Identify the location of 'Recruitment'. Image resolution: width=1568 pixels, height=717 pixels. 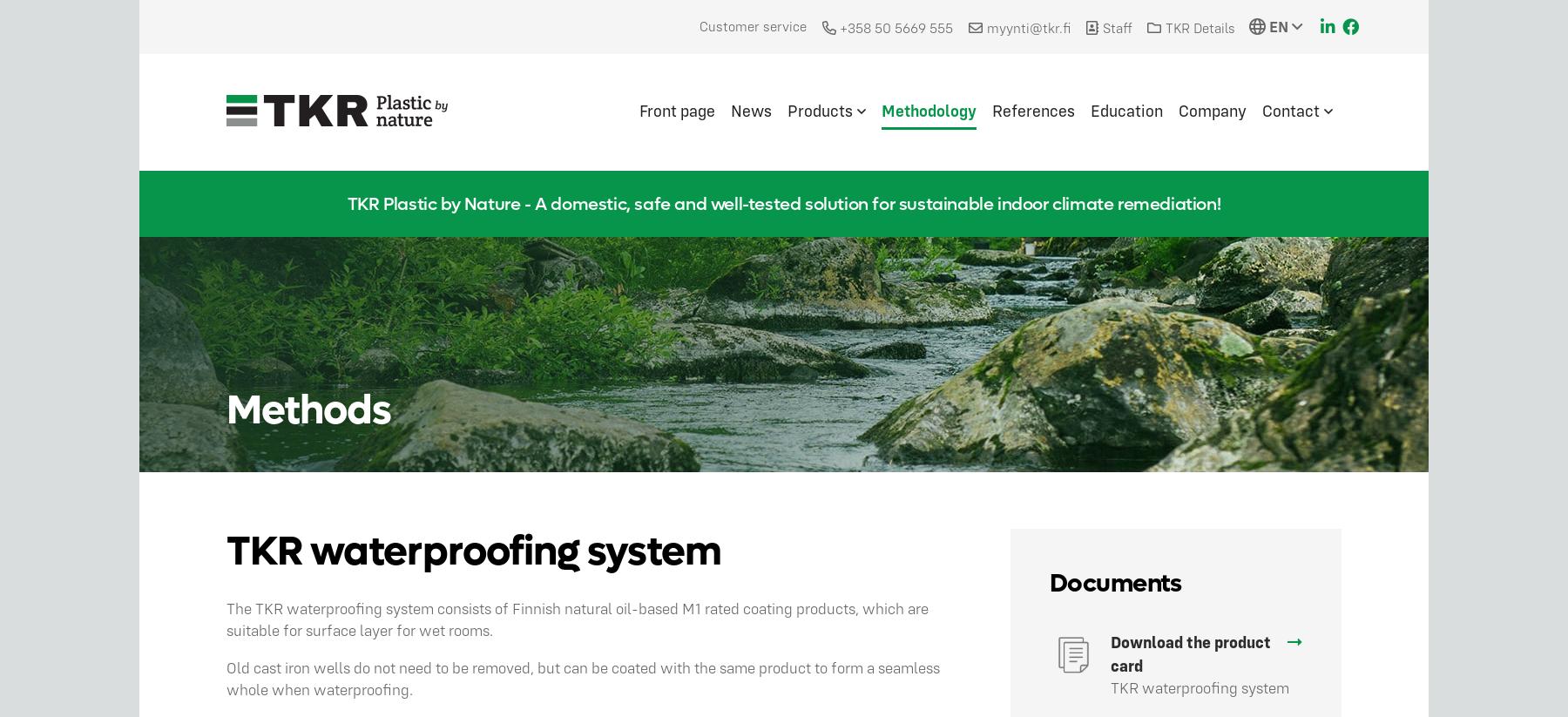
(1328, 212).